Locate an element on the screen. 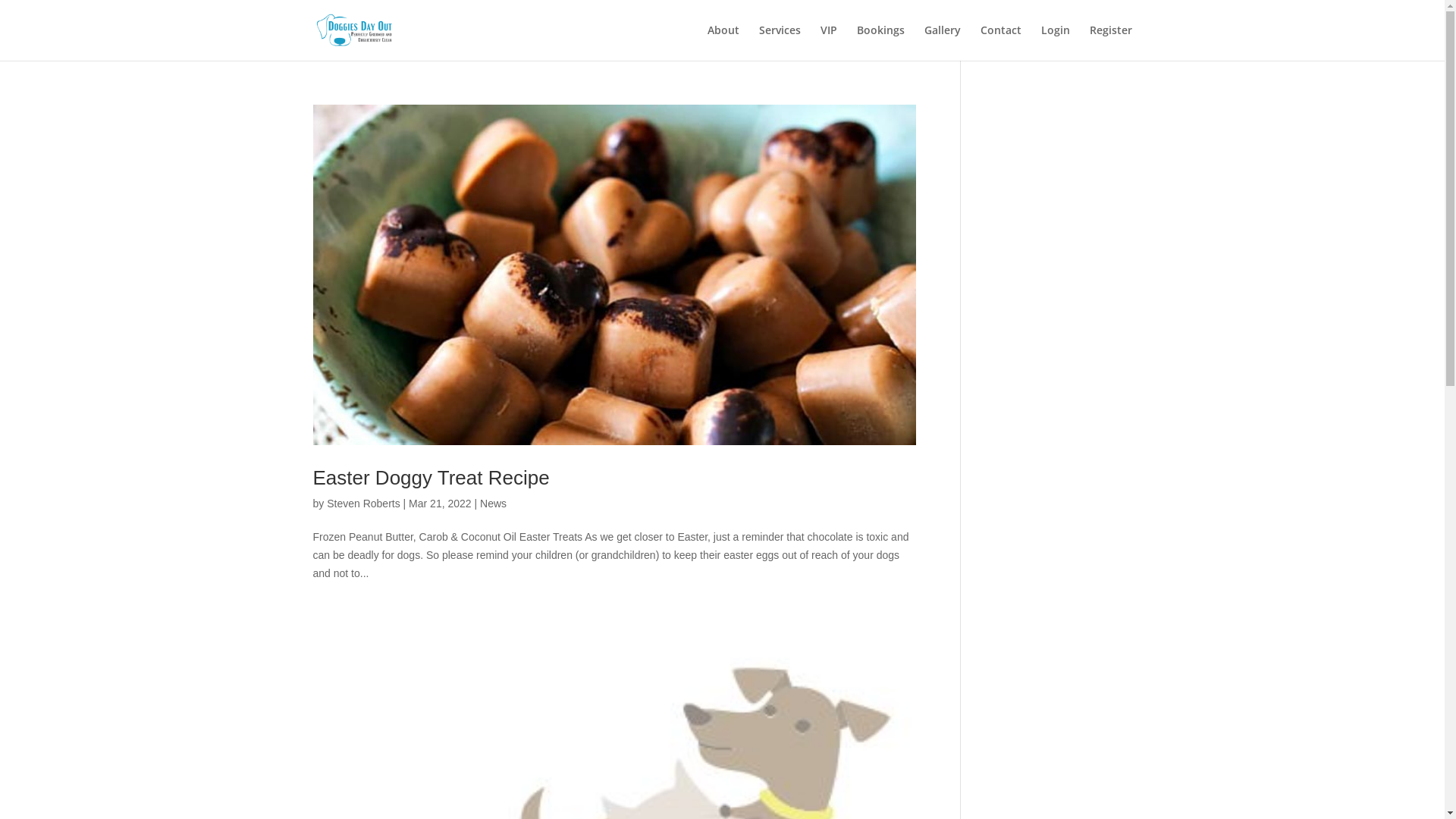  'Steven Roberts' is located at coordinates (362, 503).